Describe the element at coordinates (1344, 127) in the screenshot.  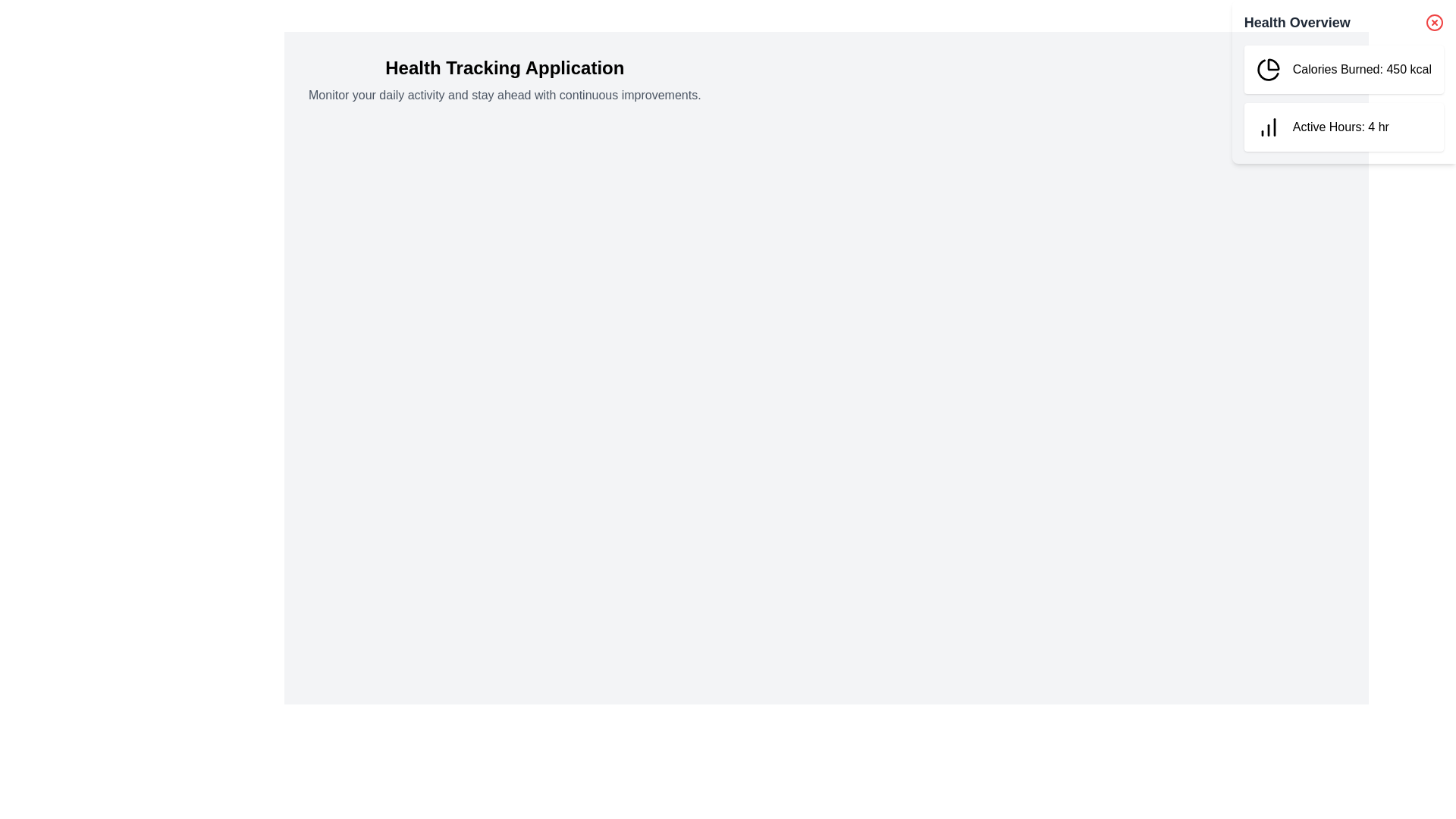
I see `information displayed in the Info card that shows 'Active Hours: 4 hr' with a pink bar chart icon, located on the right side of the Health Overview section` at that location.